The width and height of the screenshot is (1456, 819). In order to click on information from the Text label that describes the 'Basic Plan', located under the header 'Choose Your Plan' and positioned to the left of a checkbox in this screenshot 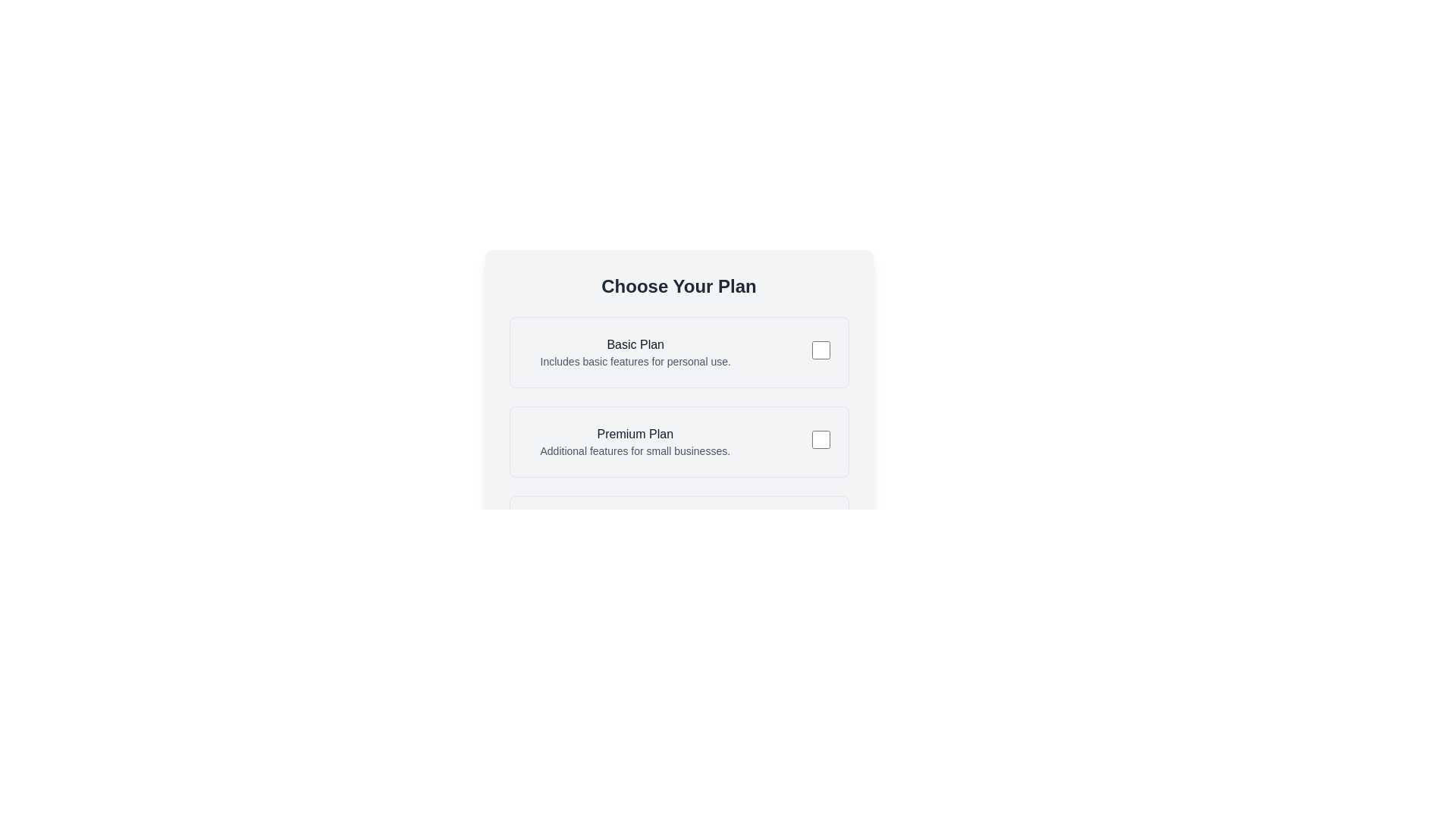, I will do `click(635, 353)`.